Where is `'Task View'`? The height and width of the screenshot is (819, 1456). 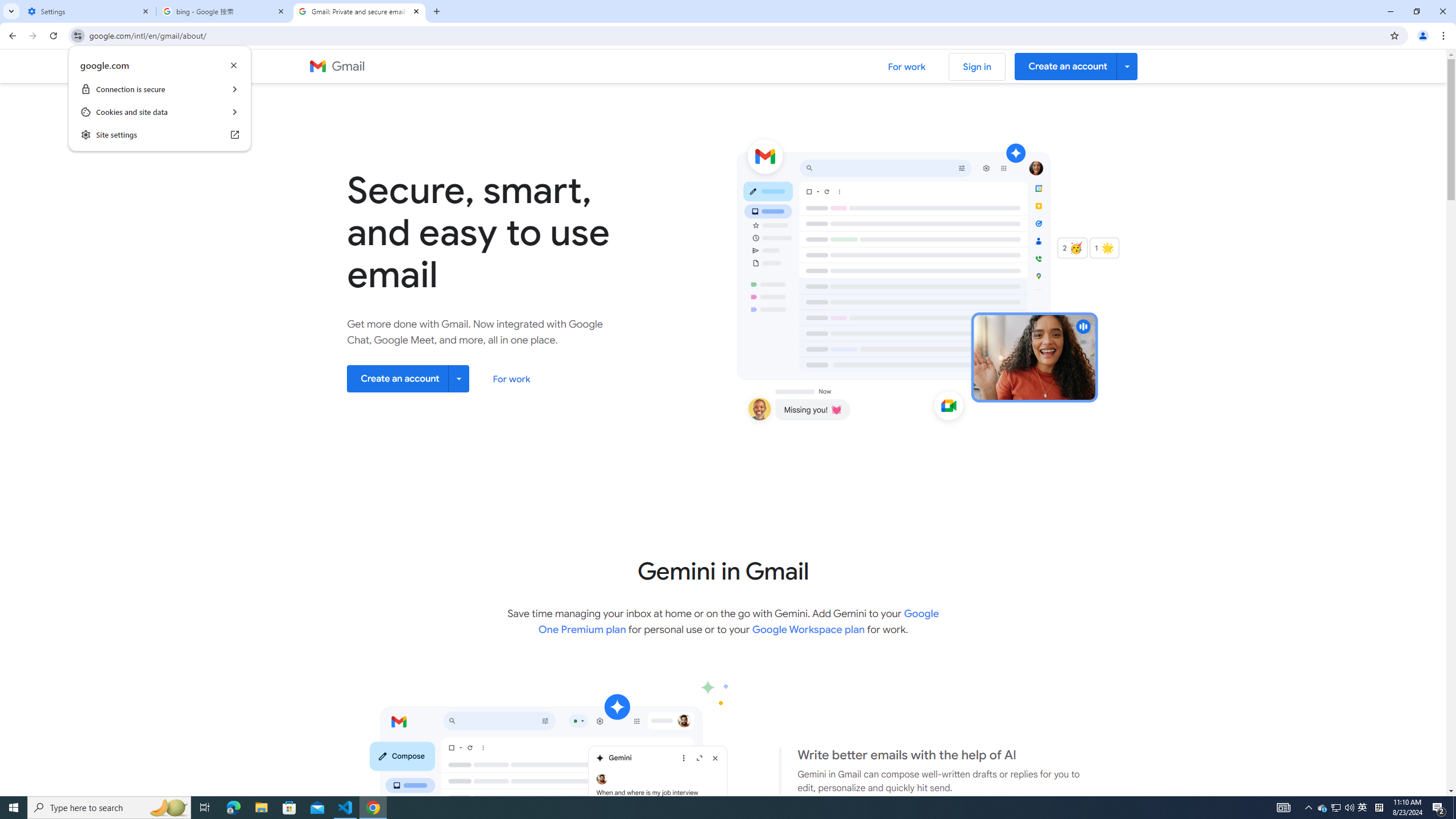 'Task View' is located at coordinates (204, 806).